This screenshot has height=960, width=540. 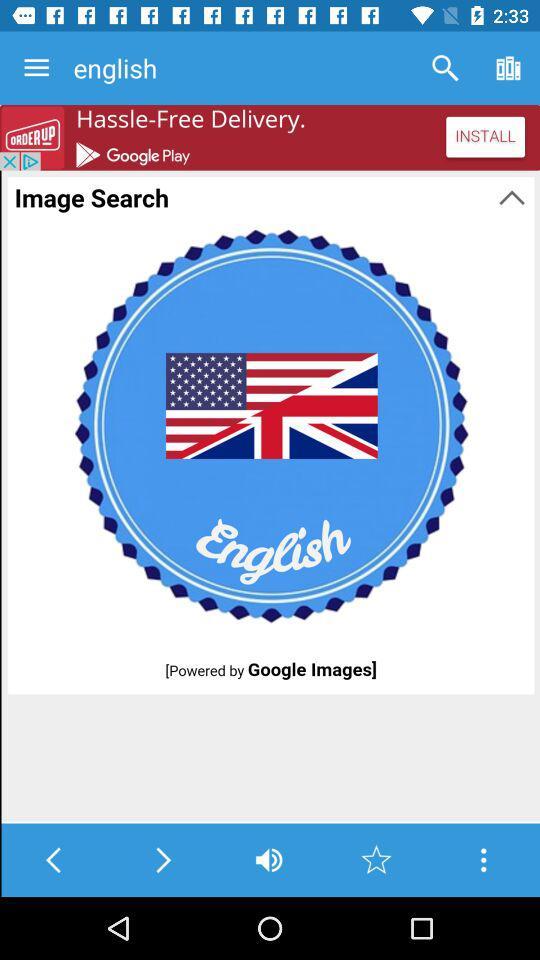 I want to click on interact with advertisement, so click(x=270, y=136).